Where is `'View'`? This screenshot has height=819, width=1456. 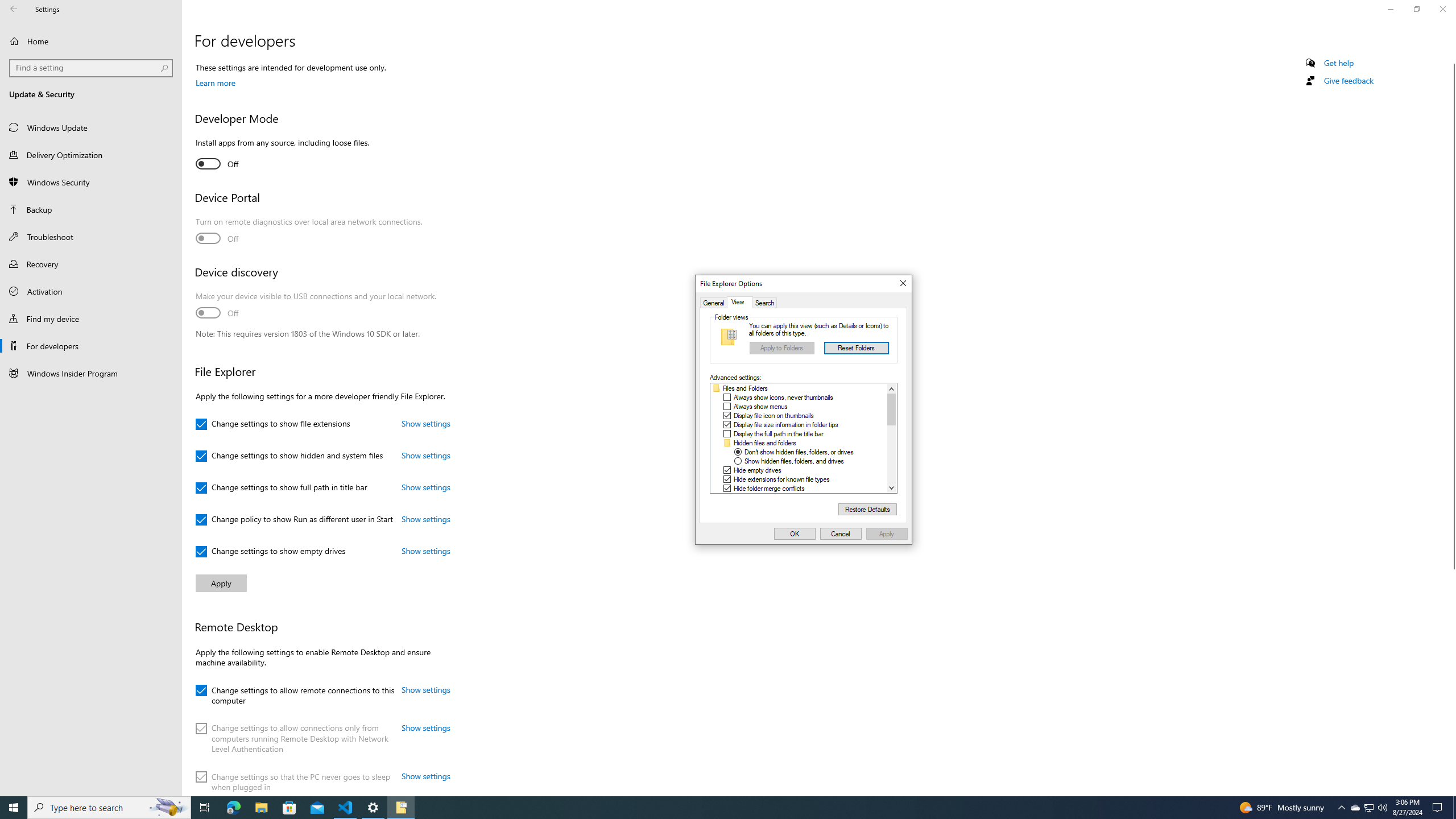
'View' is located at coordinates (739, 303).